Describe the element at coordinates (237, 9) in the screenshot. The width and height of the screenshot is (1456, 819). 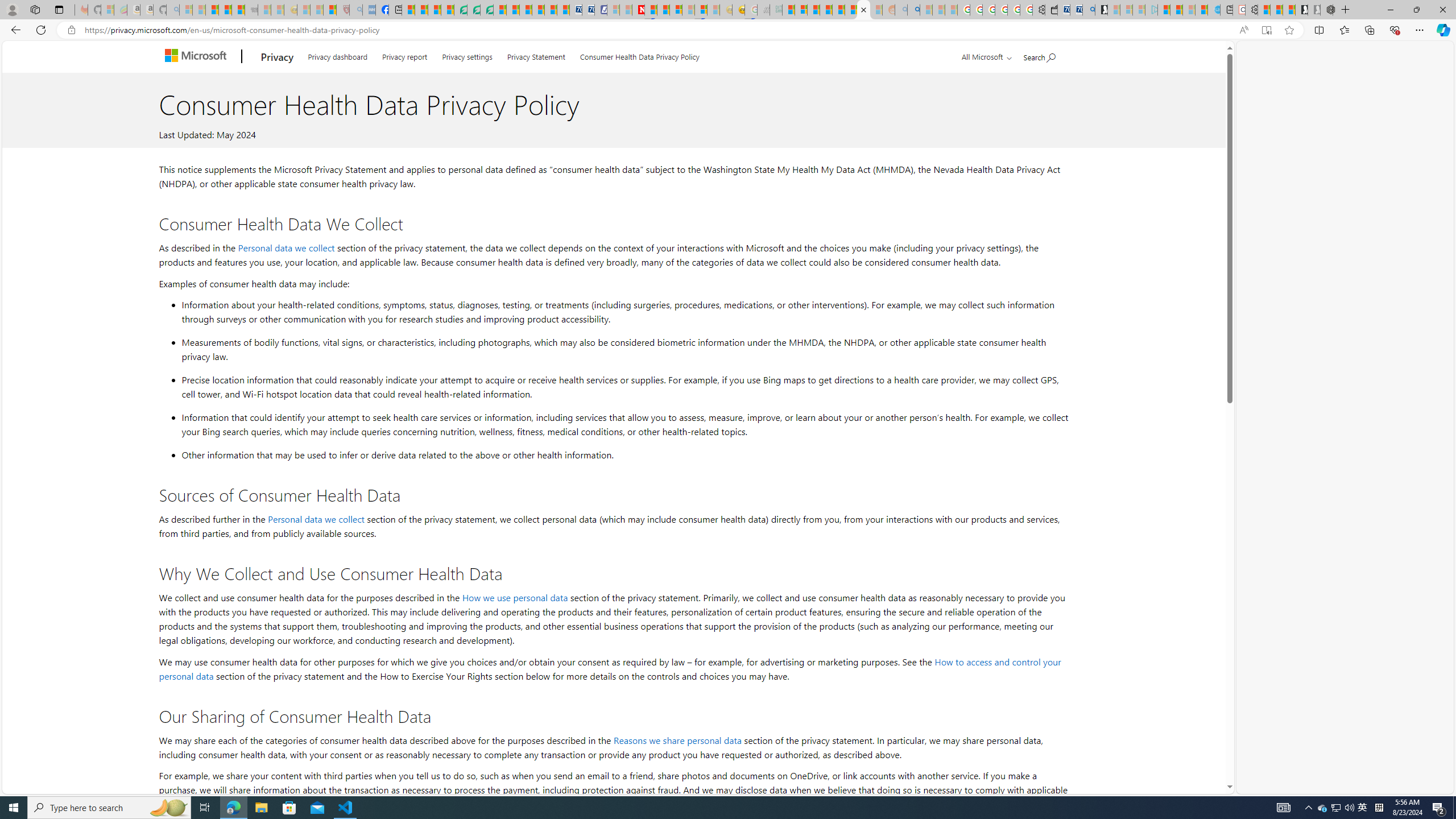
I see `'New Report Confirms 2023 Was Record Hot | Watch'` at that location.